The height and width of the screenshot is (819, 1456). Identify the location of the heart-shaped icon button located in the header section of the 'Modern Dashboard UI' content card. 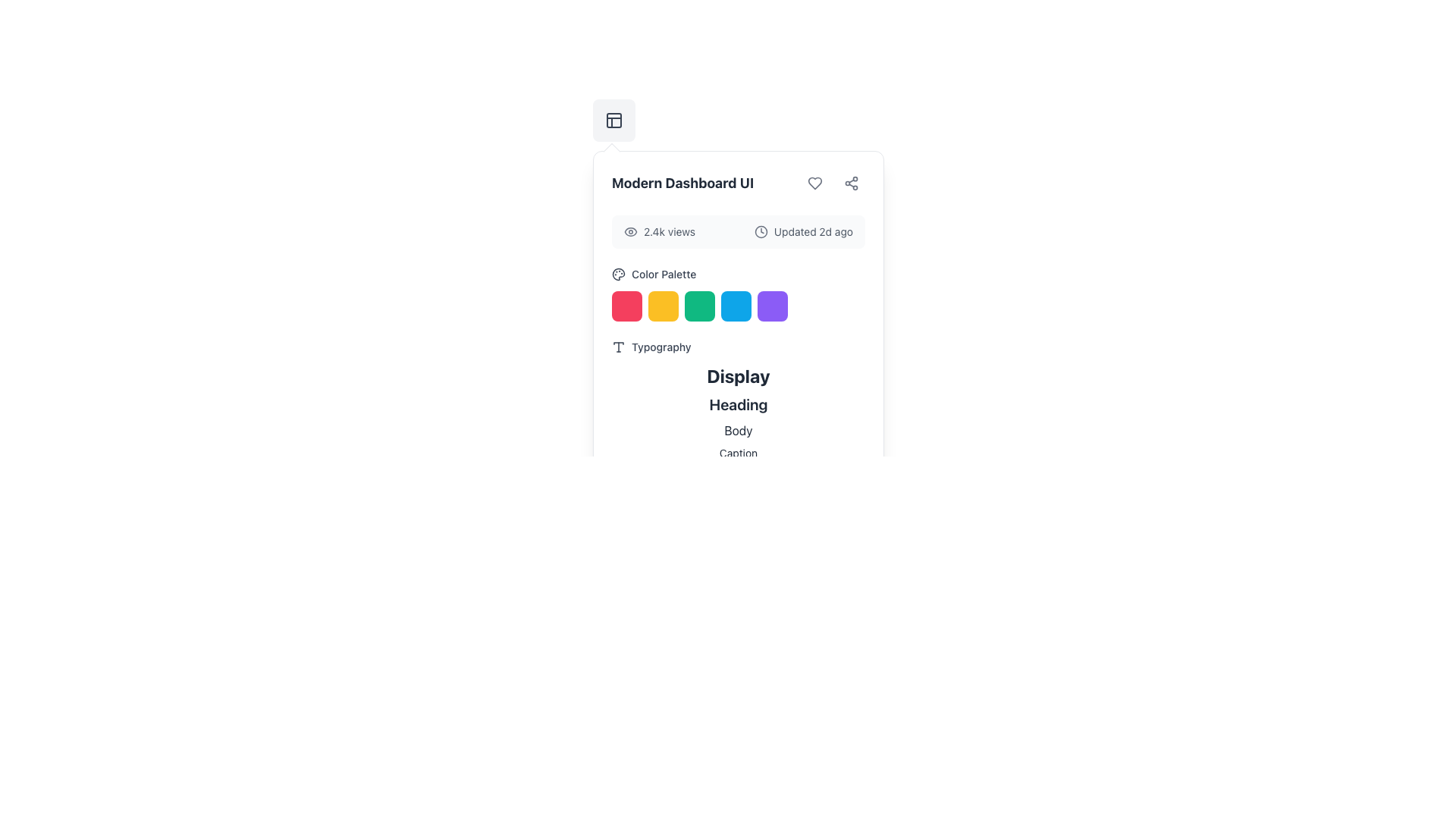
(814, 183).